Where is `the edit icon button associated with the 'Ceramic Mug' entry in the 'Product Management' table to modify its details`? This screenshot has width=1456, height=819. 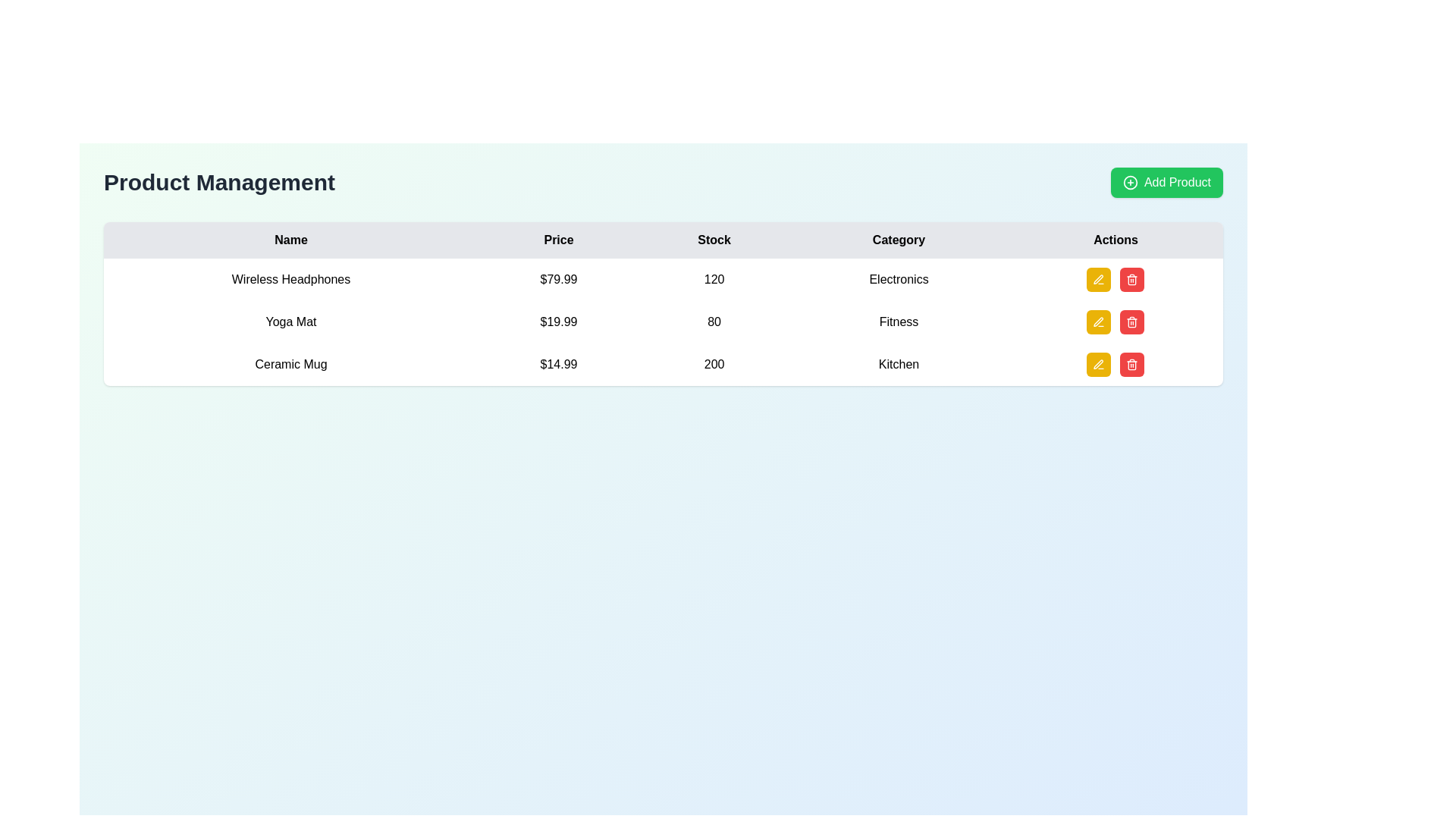 the edit icon button associated with the 'Ceramic Mug' entry in the 'Product Management' table to modify its details is located at coordinates (1099, 280).